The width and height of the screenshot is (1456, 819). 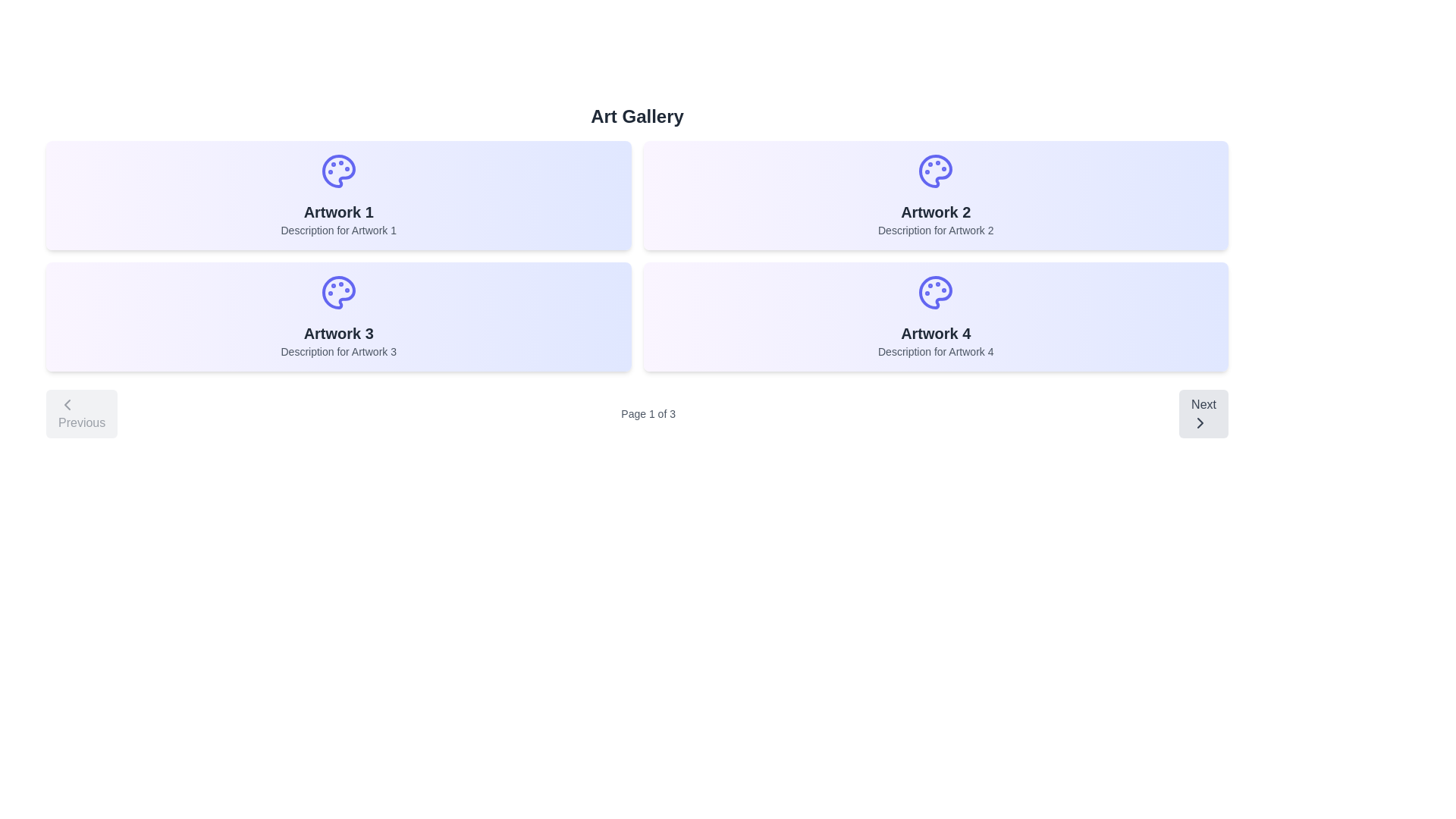 What do you see at coordinates (648, 414) in the screenshot?
I see `text label displaying 'Page 1 of 3' which is styled in small gray-colored font and positioned centrally between the 'Previous' and 'Next' buttons` at bounding box center [648, 414].